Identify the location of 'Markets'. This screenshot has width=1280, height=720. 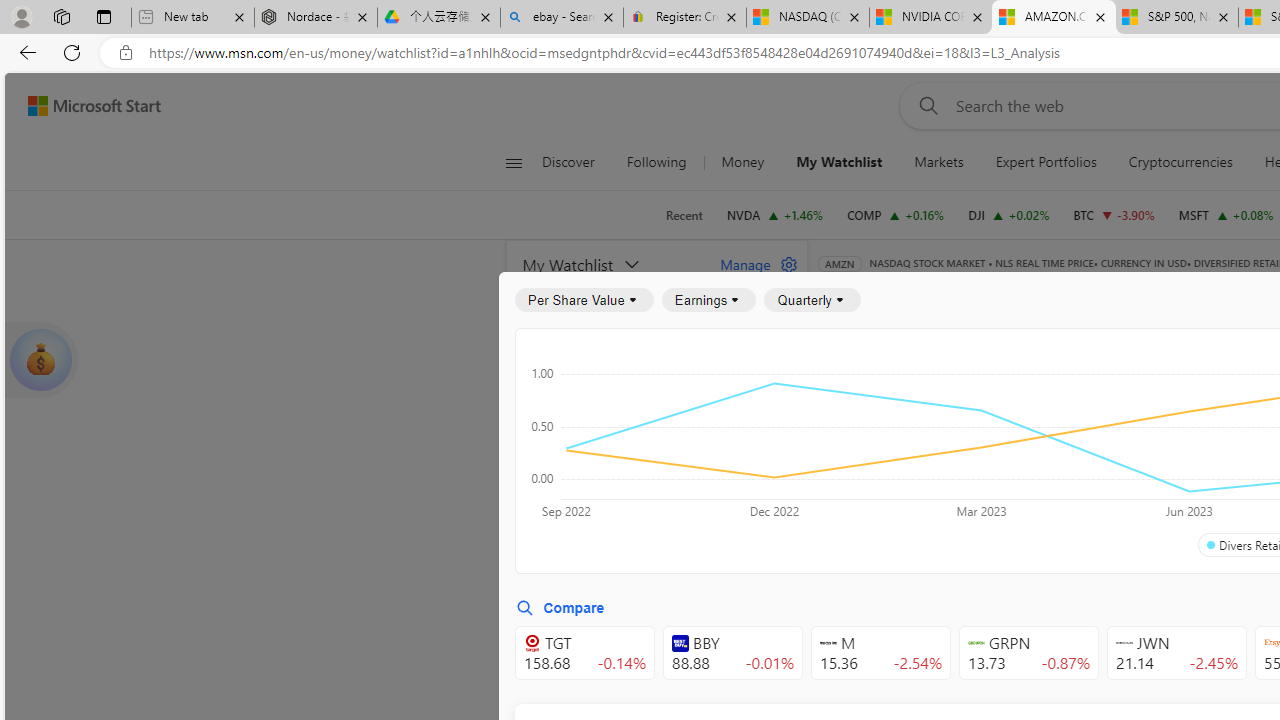
(937, 162).